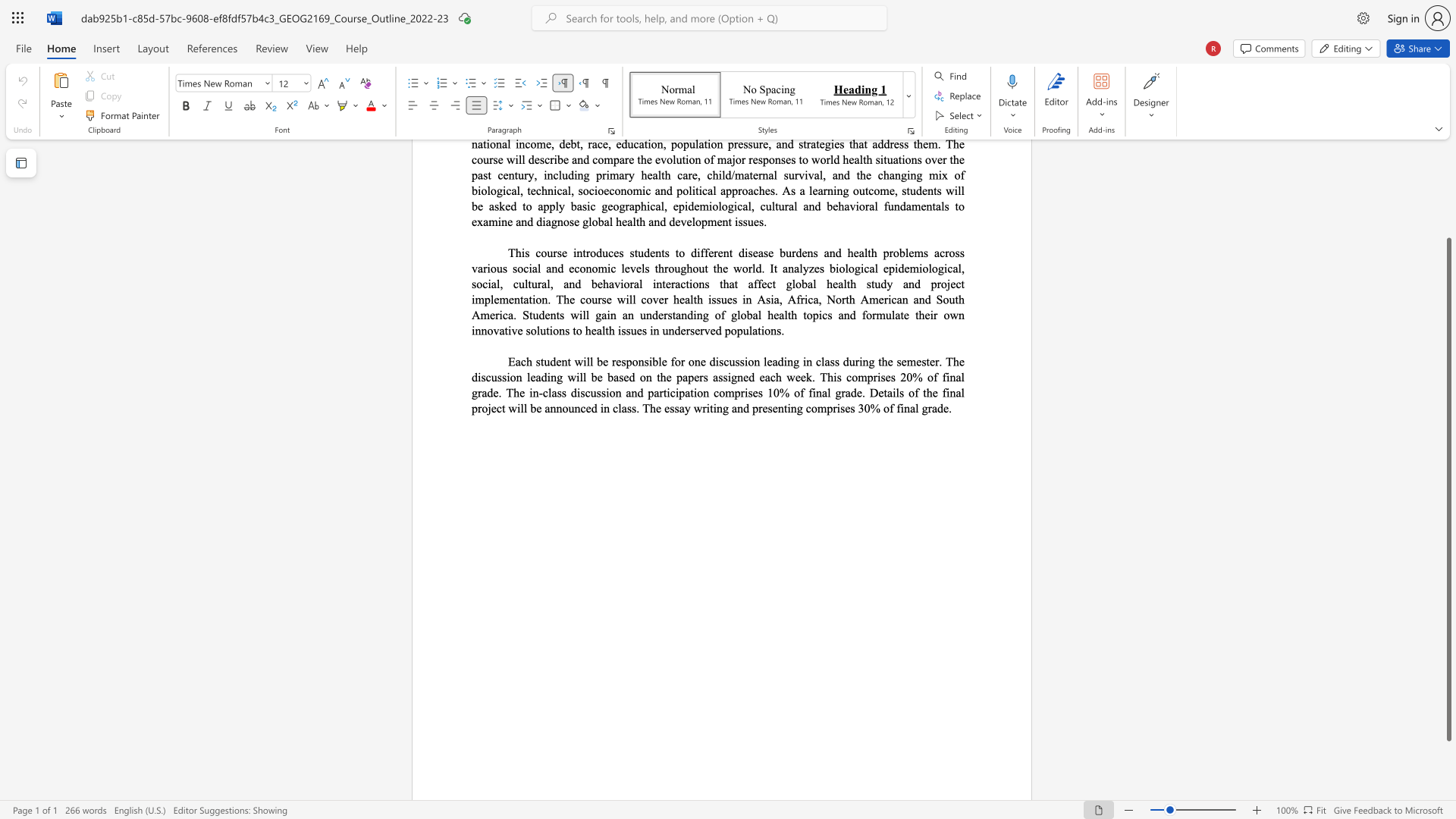  Describe the element at coordinates (1448, 219) in the screenshot. I see `the scrollbar on the right to shift the page higher` at that location.